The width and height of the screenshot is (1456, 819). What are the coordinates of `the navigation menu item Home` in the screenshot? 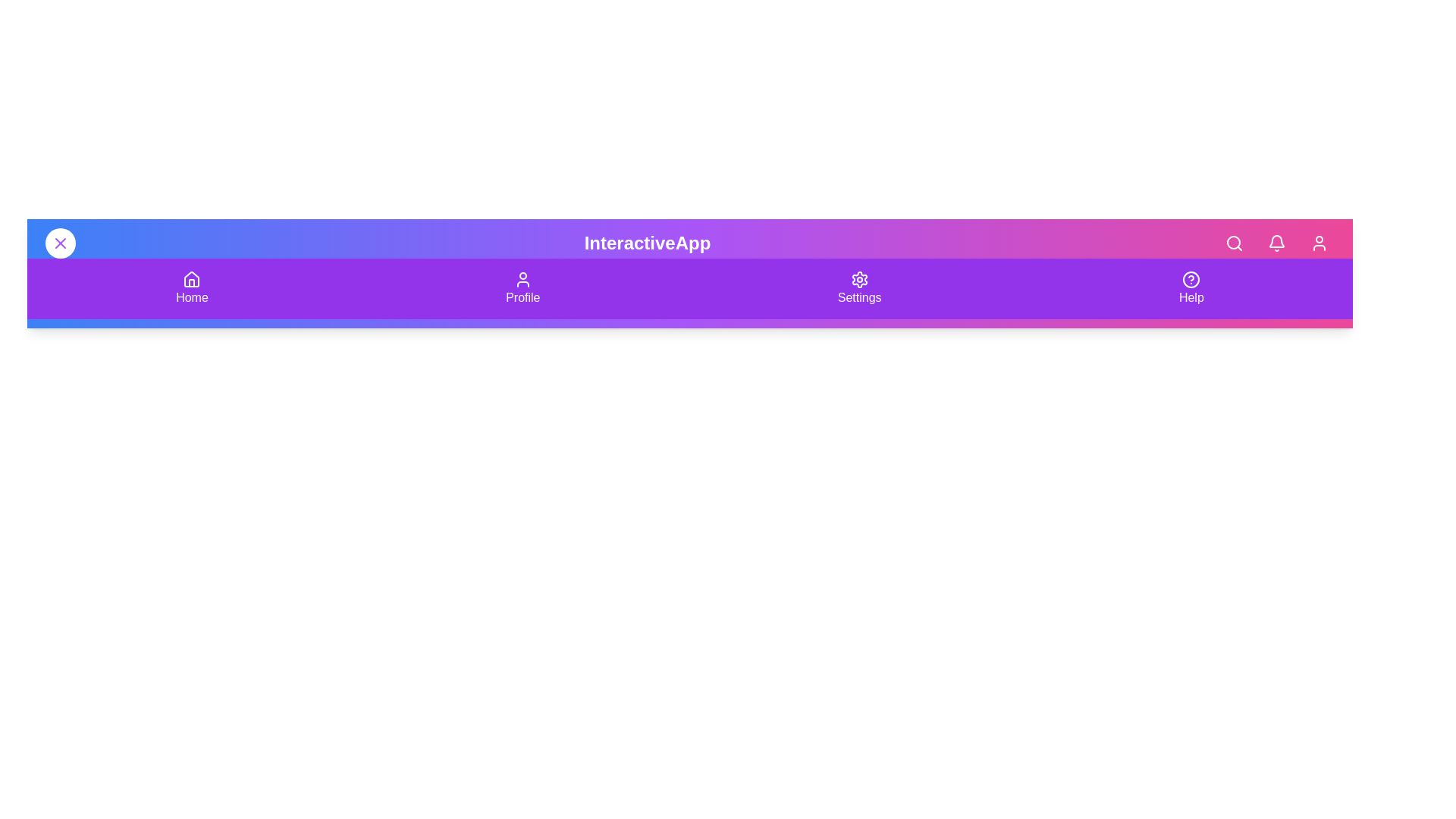 It's located at (191, 289).